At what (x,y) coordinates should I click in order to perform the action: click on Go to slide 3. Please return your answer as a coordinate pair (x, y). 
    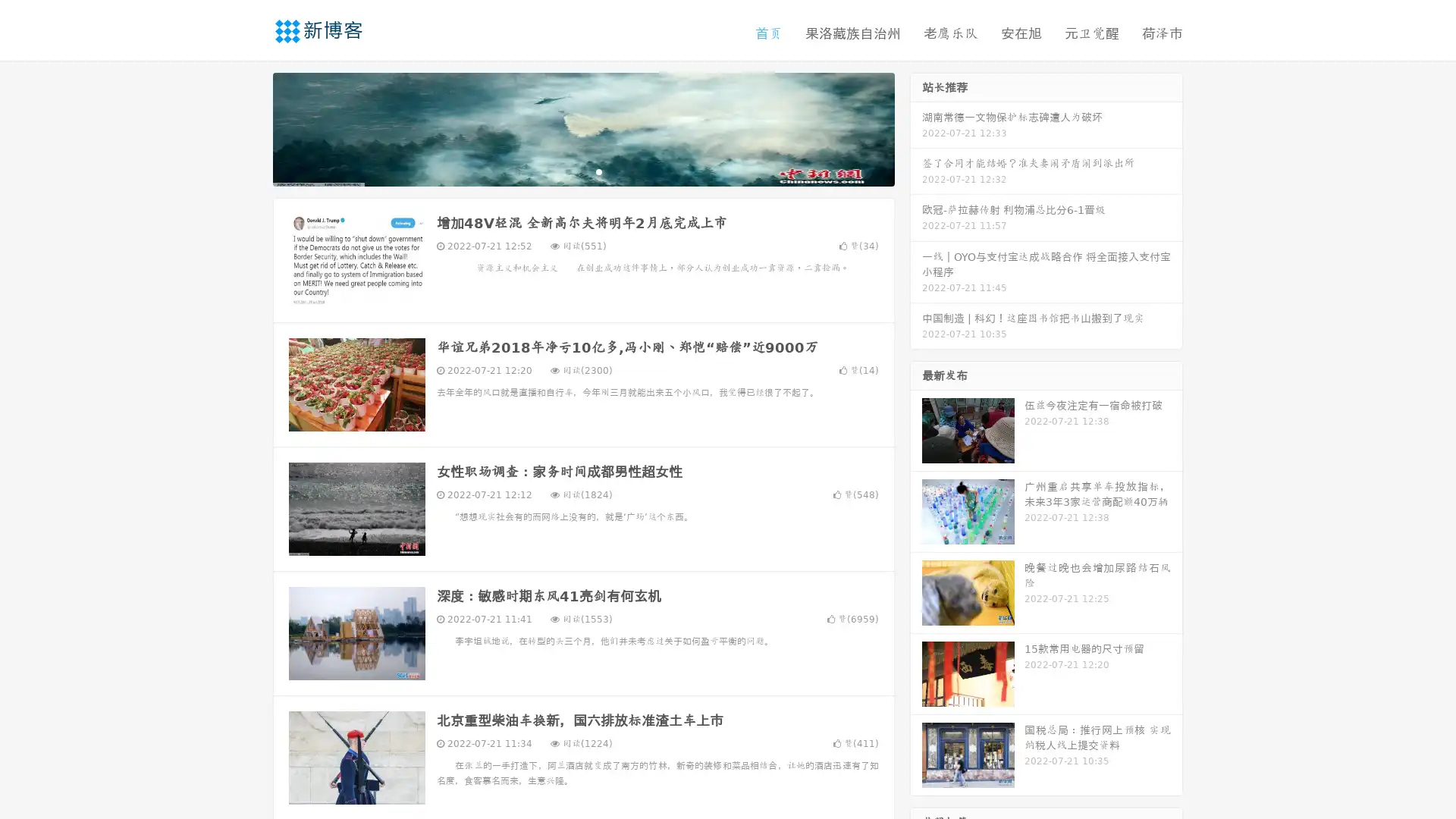
    Looking at the image, I should click on (598, 171).